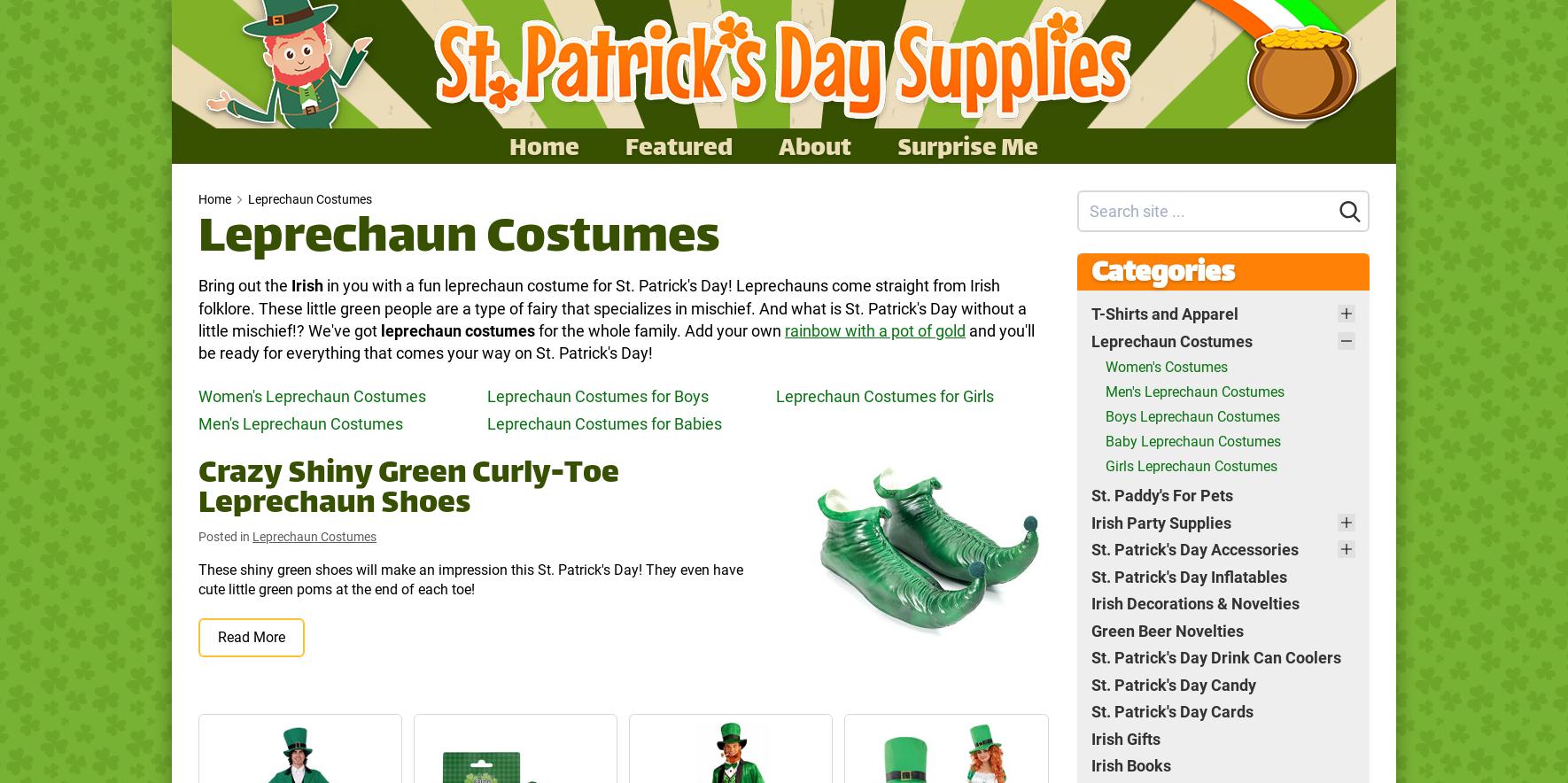 The width and height of the screenshot is (1568, 783). I want to click on 'Boys Leprechaun Costumes', so click(1192, 416).